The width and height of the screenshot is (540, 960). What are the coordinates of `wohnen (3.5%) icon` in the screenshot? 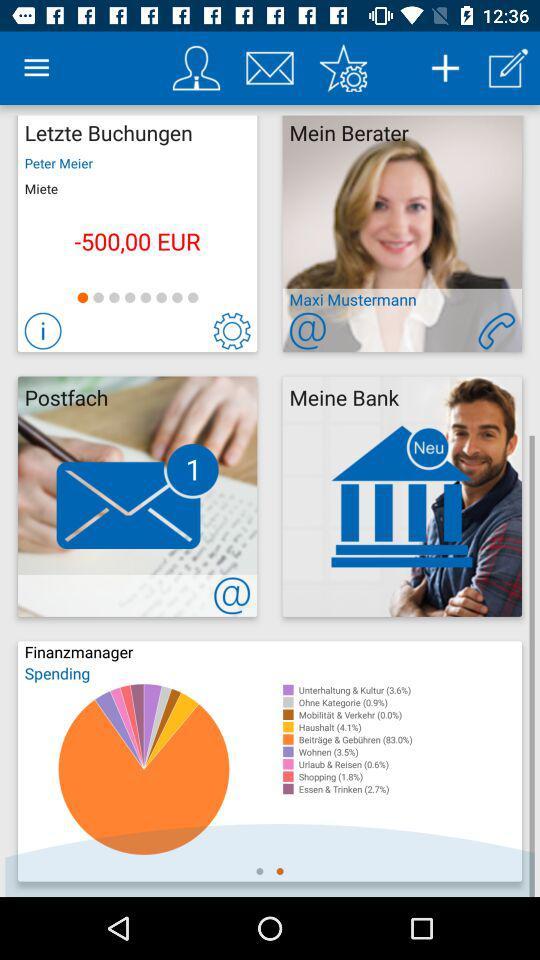 It's located at (409, 751).